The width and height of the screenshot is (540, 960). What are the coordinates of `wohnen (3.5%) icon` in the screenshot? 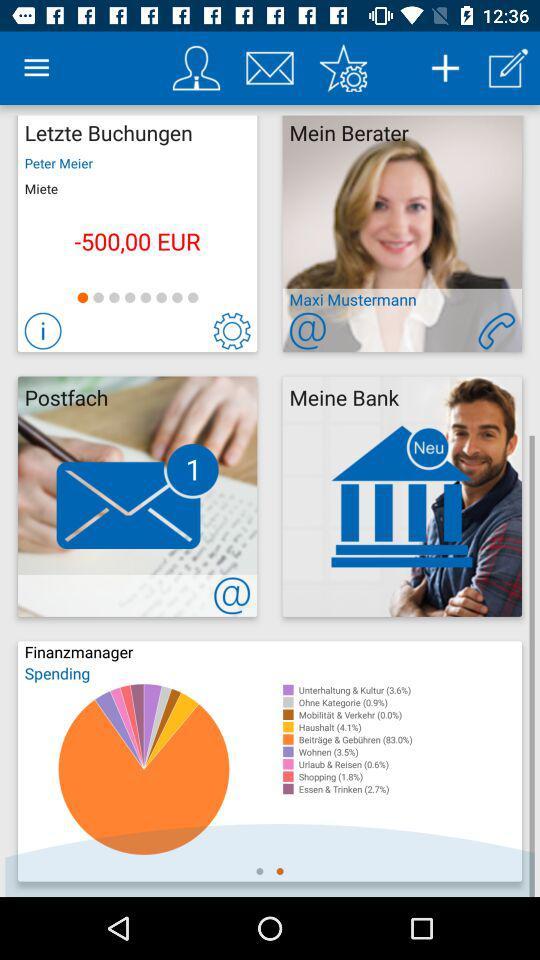 It's located at (409, 751).